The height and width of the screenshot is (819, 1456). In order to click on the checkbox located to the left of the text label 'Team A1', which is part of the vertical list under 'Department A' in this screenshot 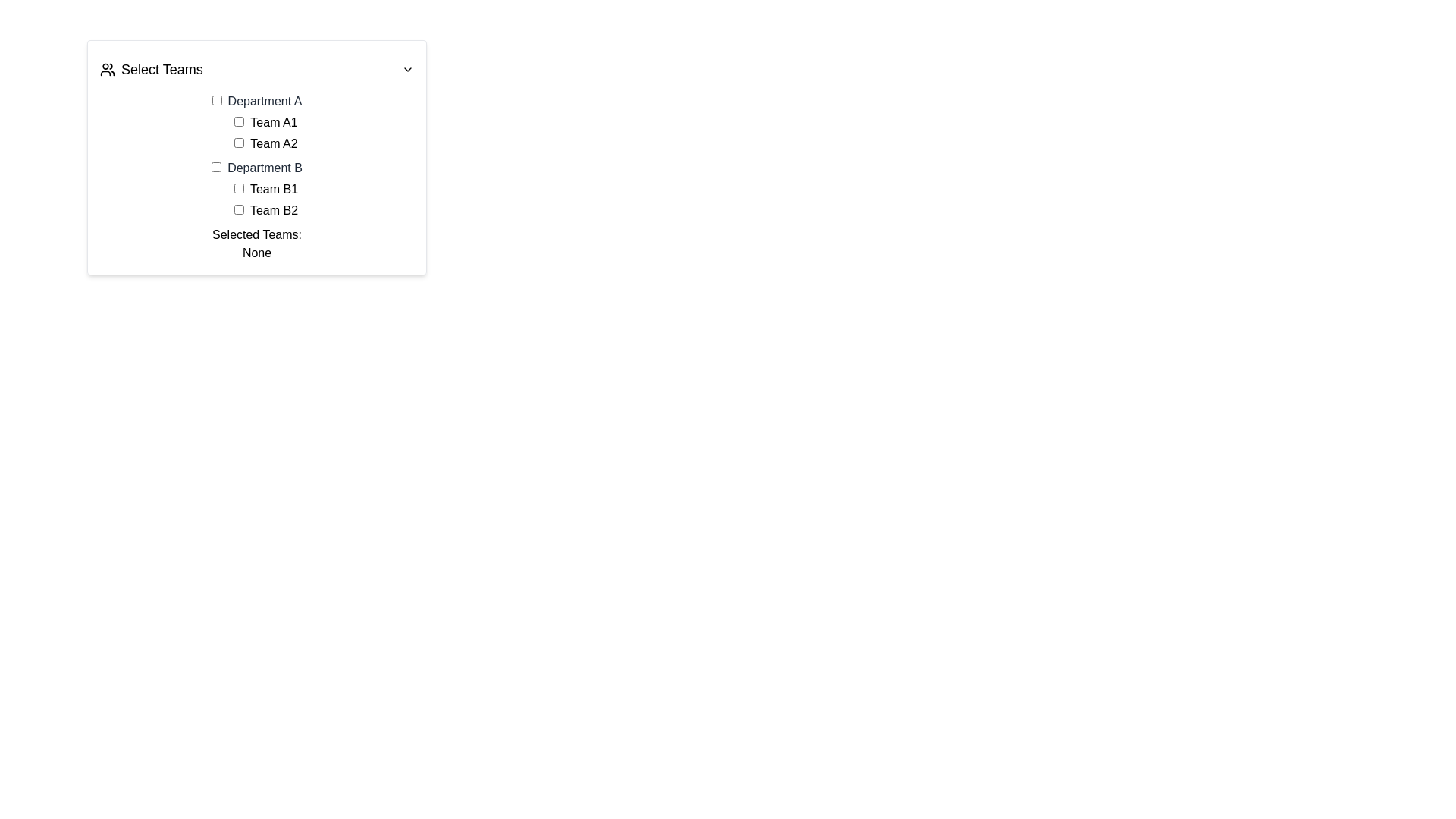, I will do `click(238, 121)`.